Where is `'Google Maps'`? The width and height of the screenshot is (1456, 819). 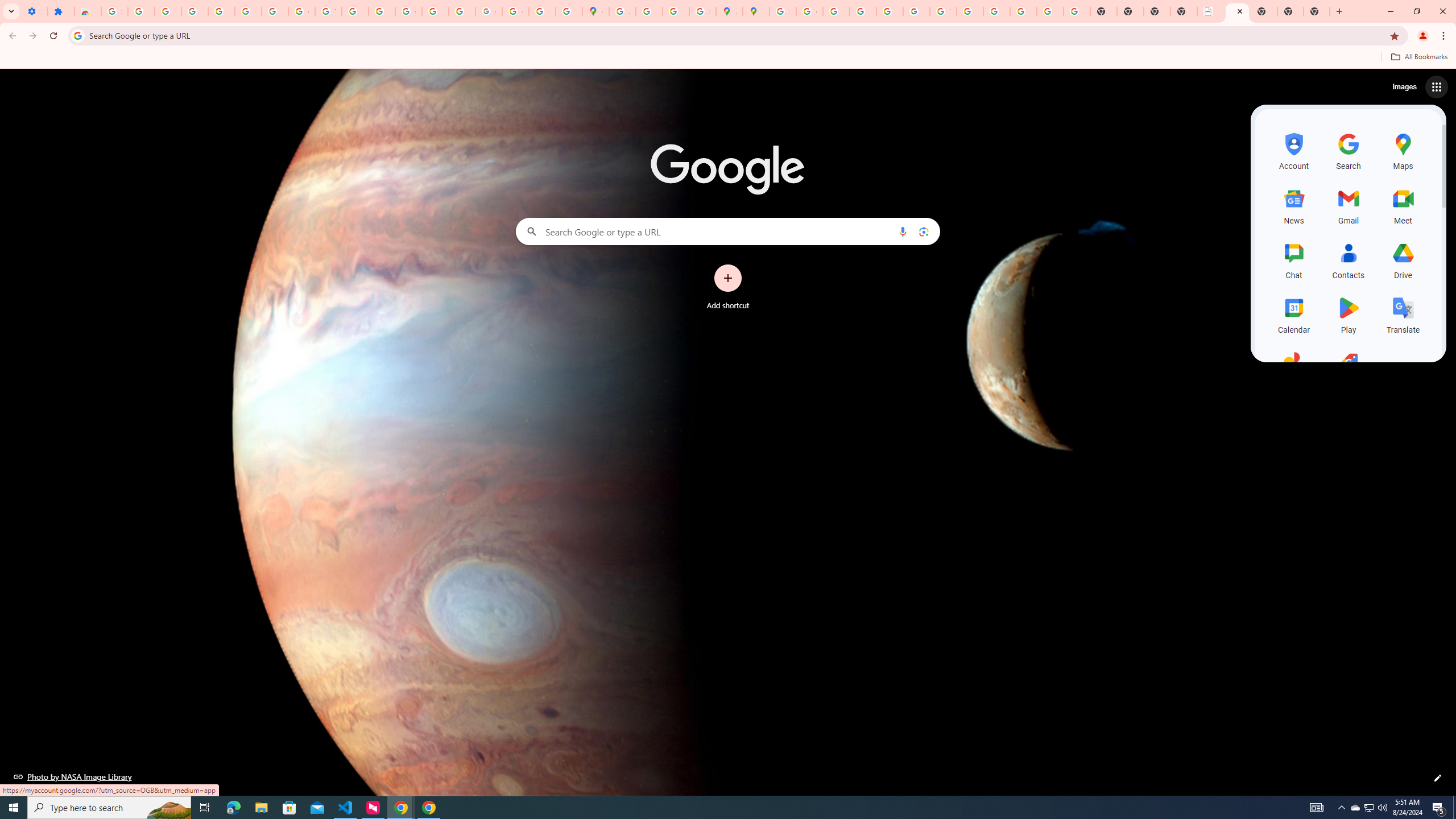
'Google Maps' is located at coordinates (595, 11).